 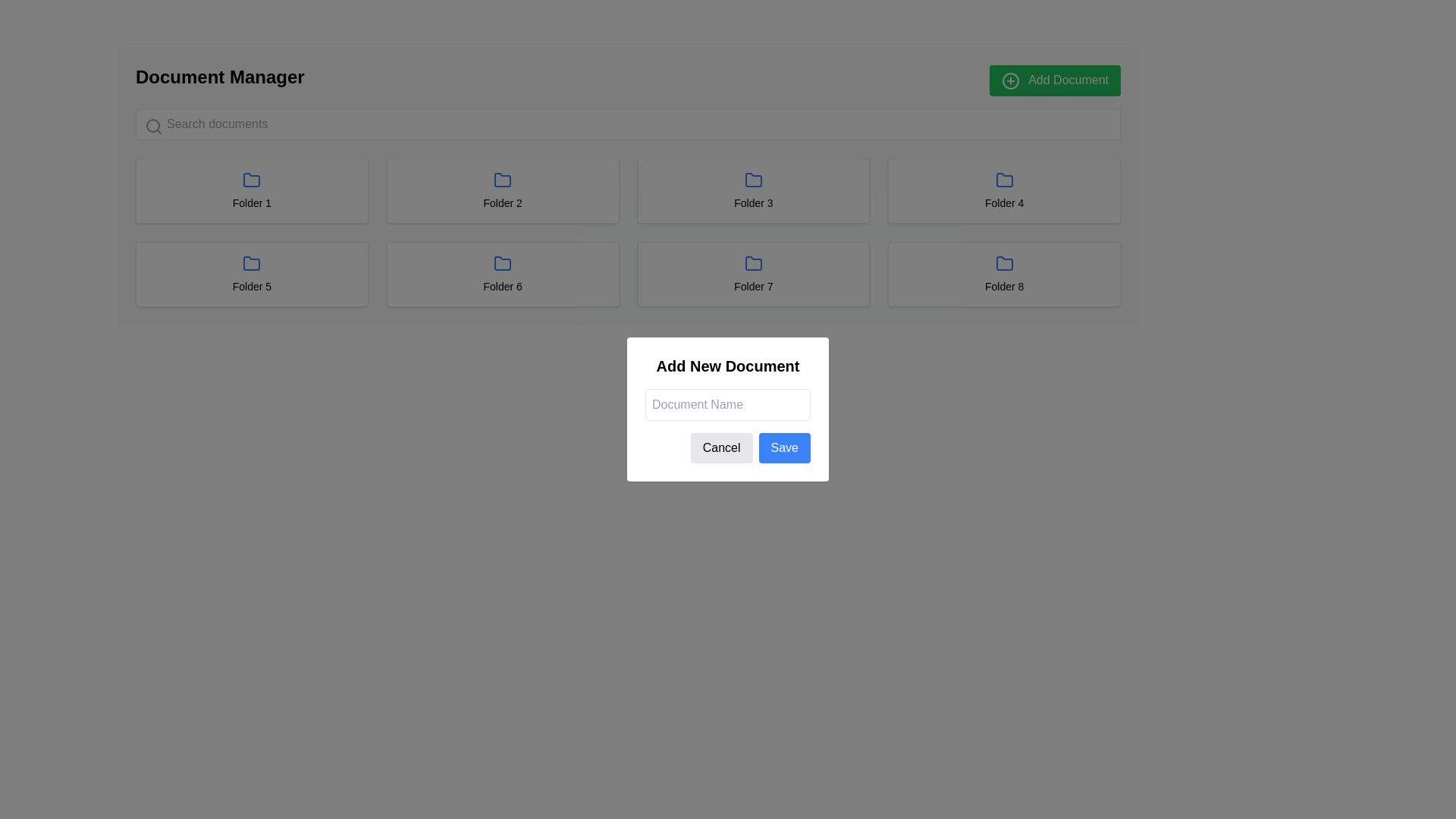 What do you see at coordinates (728, 366) in the screenshot?
I see `the header that serves as the title for the modal to add a new document, which is located at the top center of the modal` at bounding box center [728, 366].